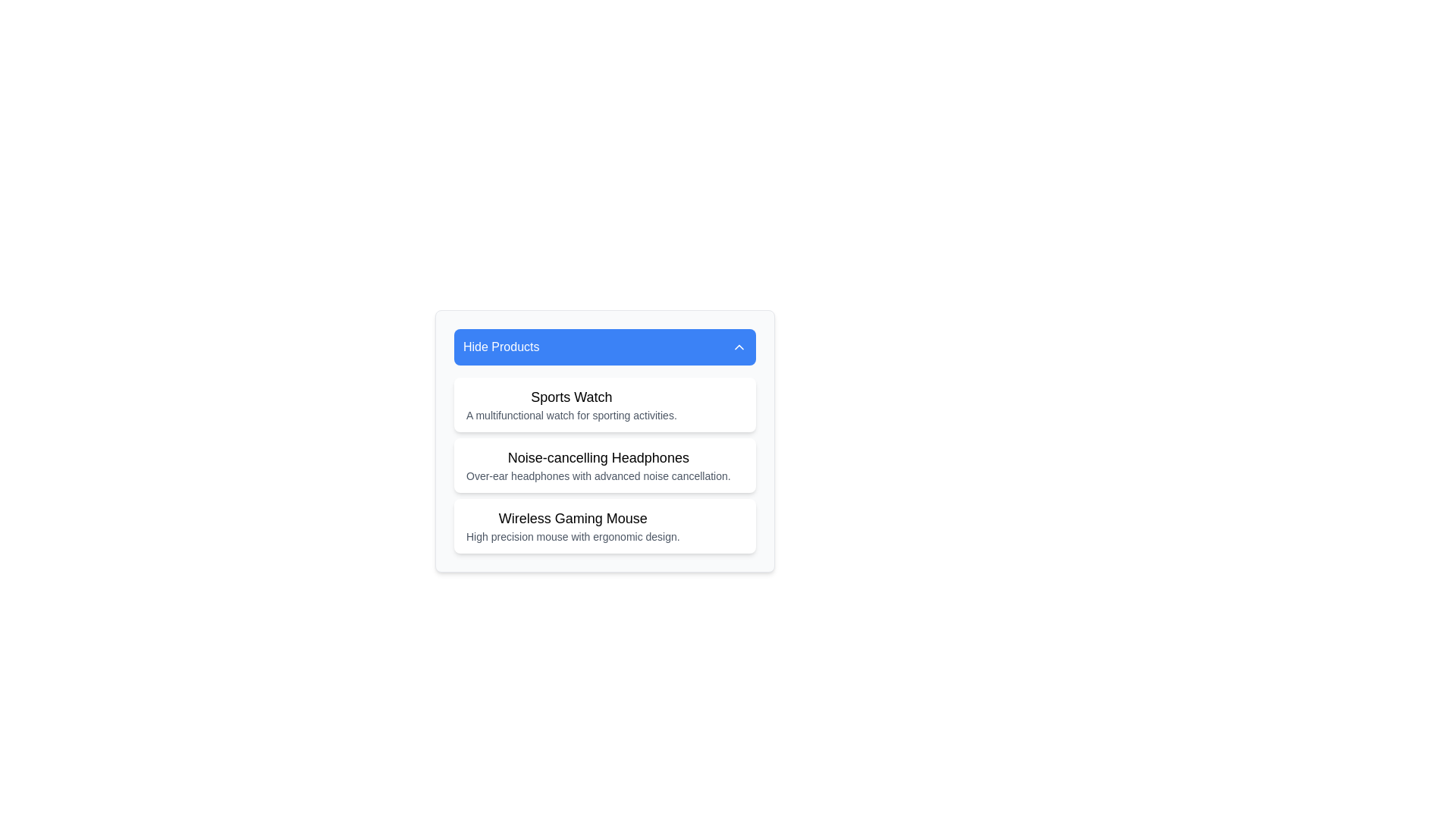  What do you see at coordinates (604, 464) in the screenshot?
I see `an individual card in the vertically arranged list of interactive cards below the 'Hide Products' header` at bounding box center [604, 464].